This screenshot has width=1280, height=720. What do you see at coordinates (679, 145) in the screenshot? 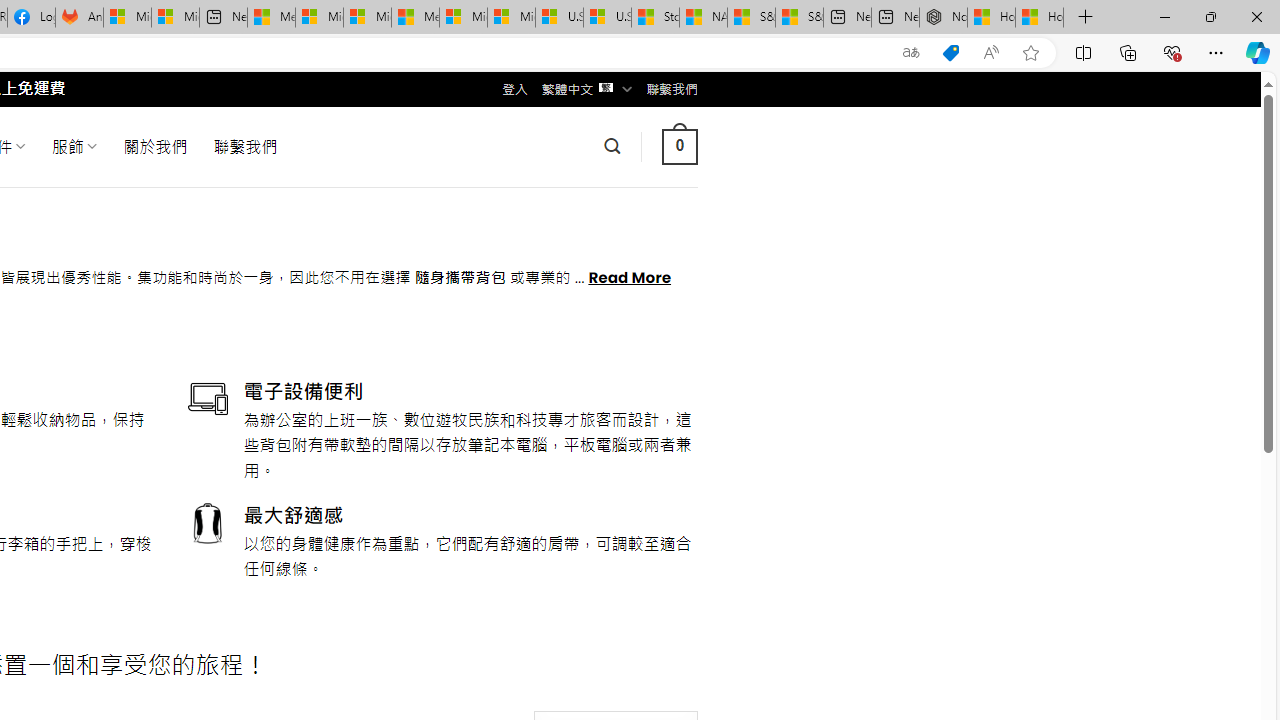
I see `'  0  '` at bounding box center [679, 145].